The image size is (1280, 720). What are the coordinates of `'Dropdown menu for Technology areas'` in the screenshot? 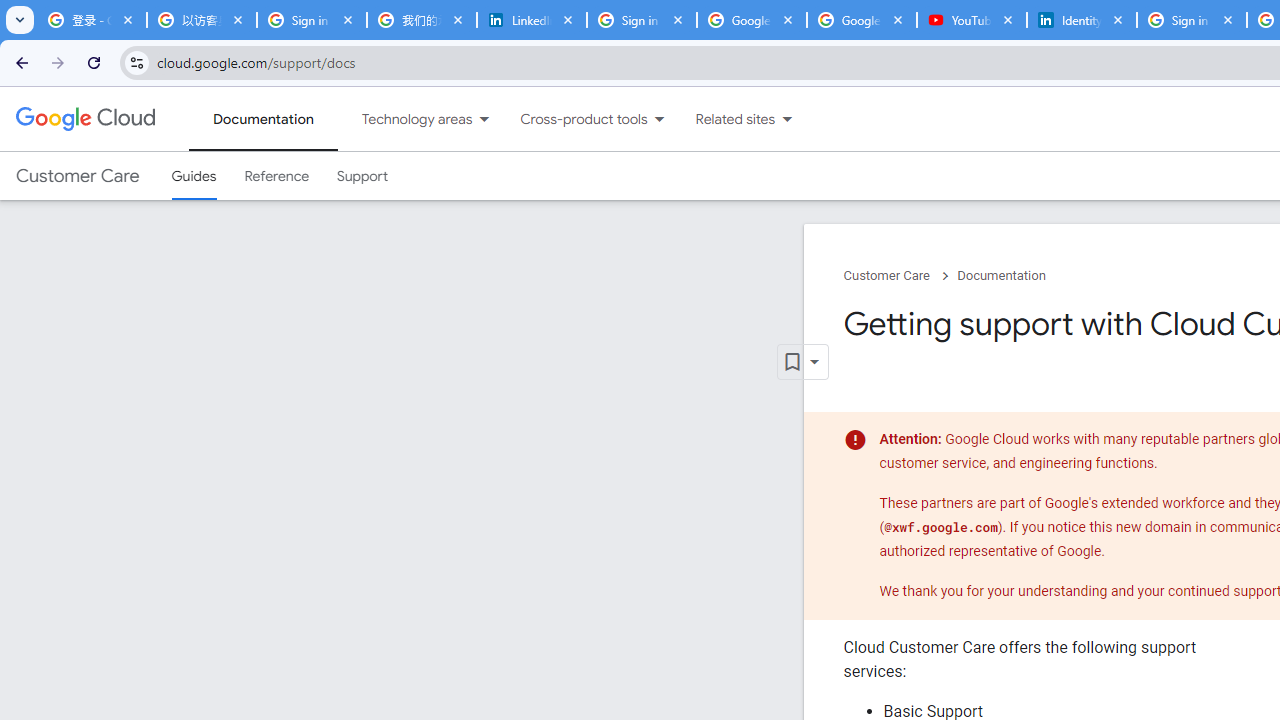 It's located at (484, 119).